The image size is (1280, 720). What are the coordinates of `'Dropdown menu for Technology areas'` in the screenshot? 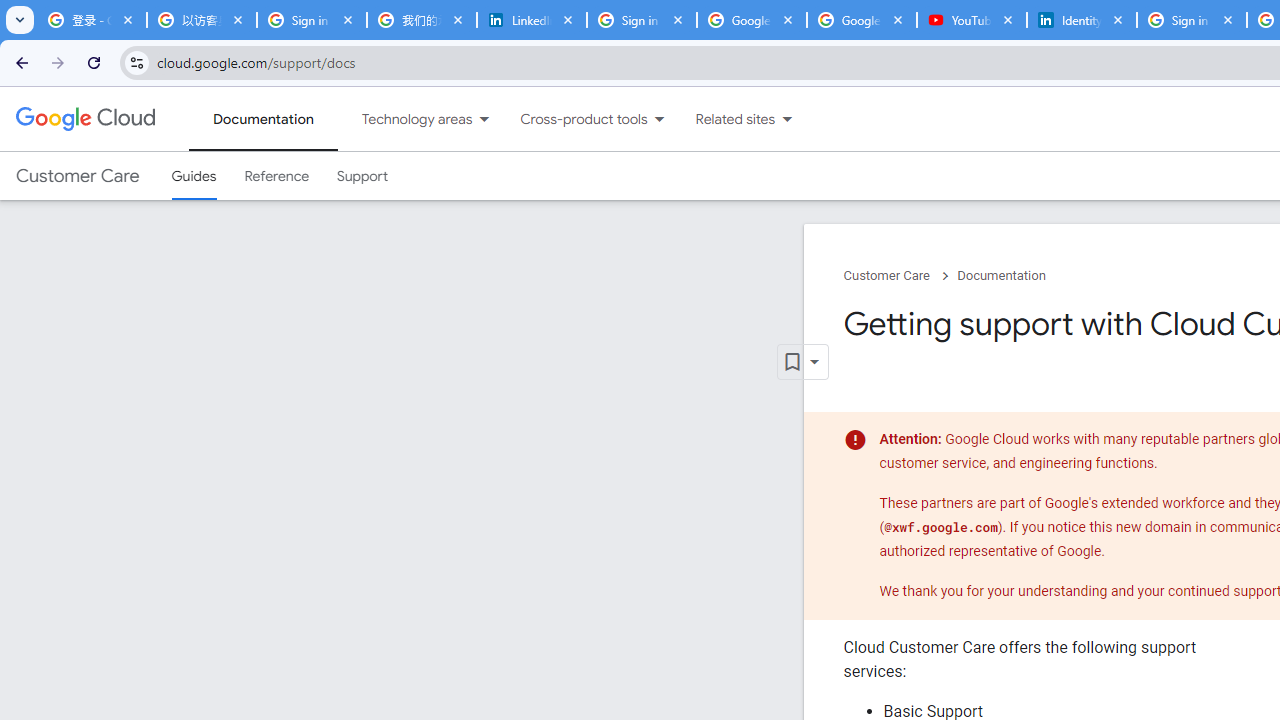 It's located at (484, 119).